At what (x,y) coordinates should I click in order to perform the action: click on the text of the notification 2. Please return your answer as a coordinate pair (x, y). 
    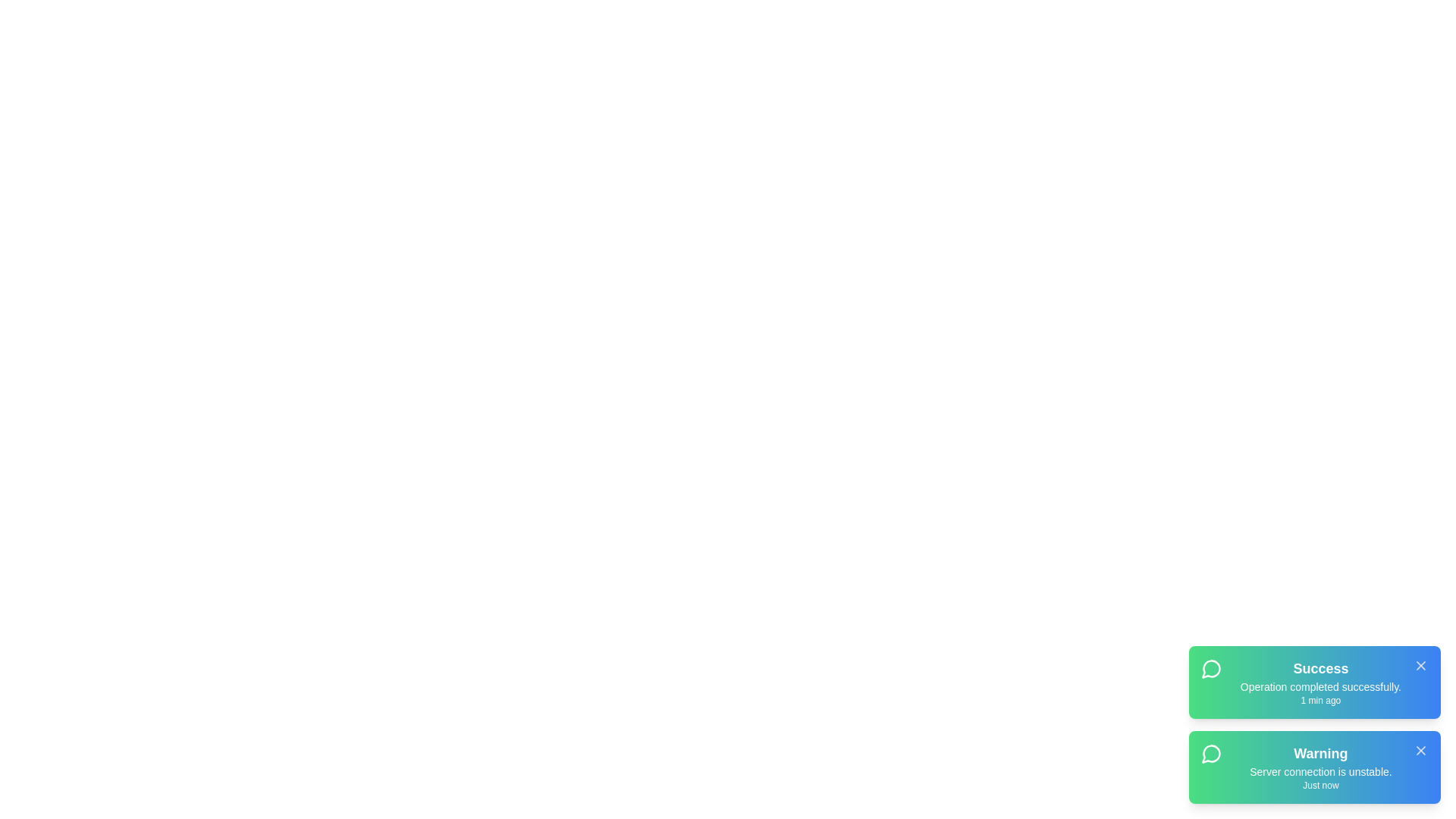
    Looking at the image, I should click on (1313, 767).